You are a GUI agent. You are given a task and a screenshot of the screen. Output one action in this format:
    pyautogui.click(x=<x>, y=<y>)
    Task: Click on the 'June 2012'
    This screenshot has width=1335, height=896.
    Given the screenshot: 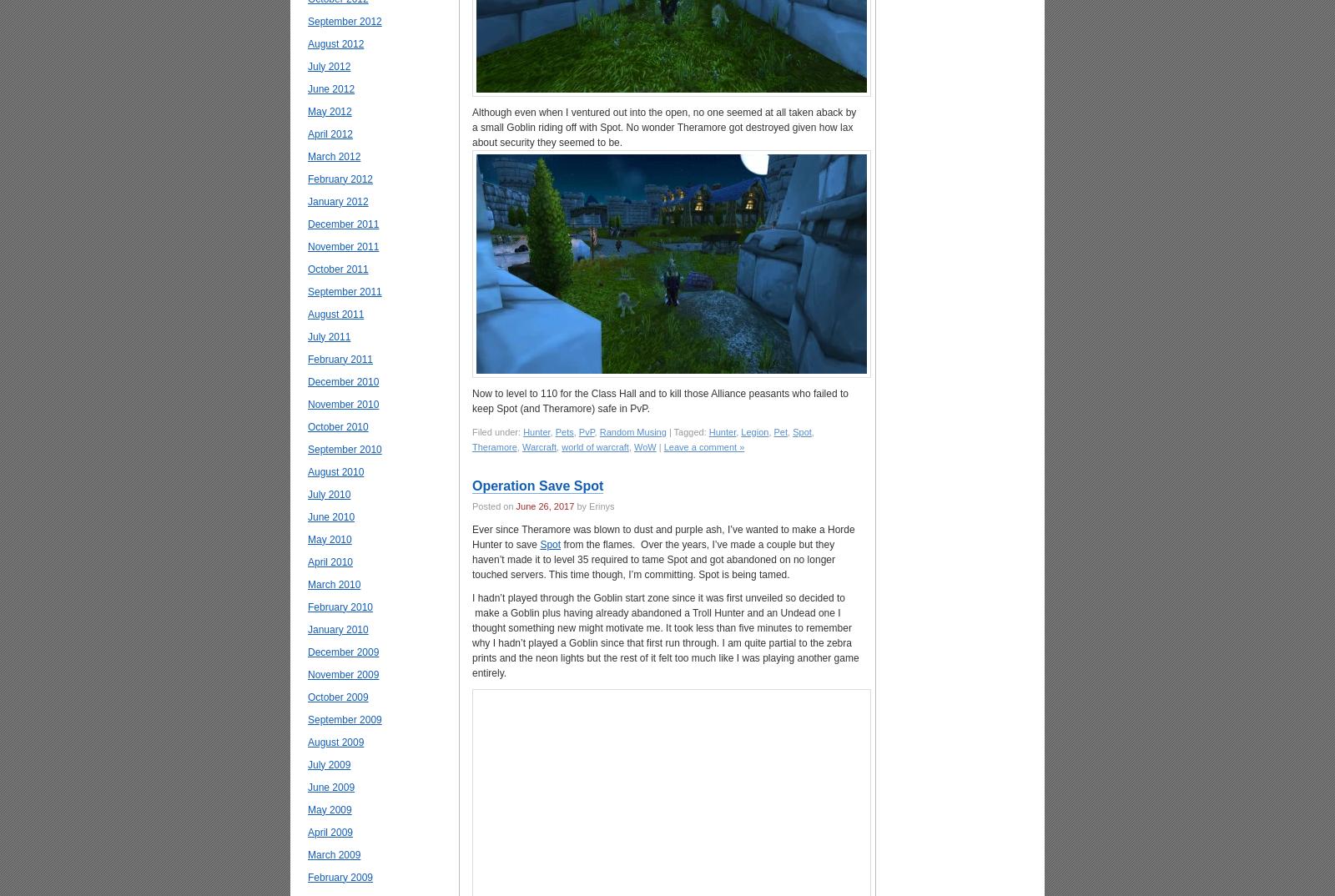 What is the action you would take?
    pyautogui.click(x=307, y=88)
    